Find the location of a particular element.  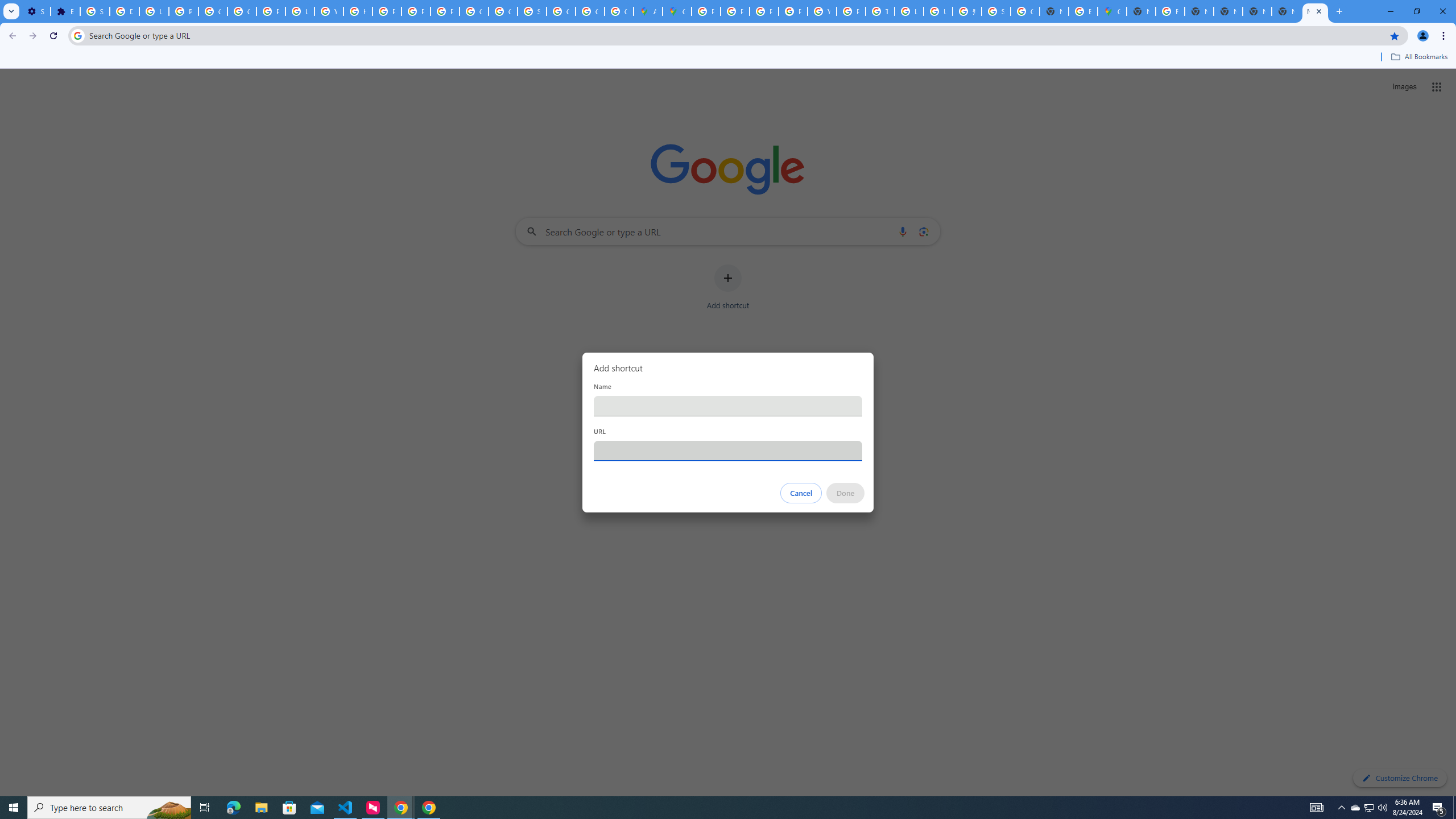

'YouTube' is located at coordinates (328, 11).